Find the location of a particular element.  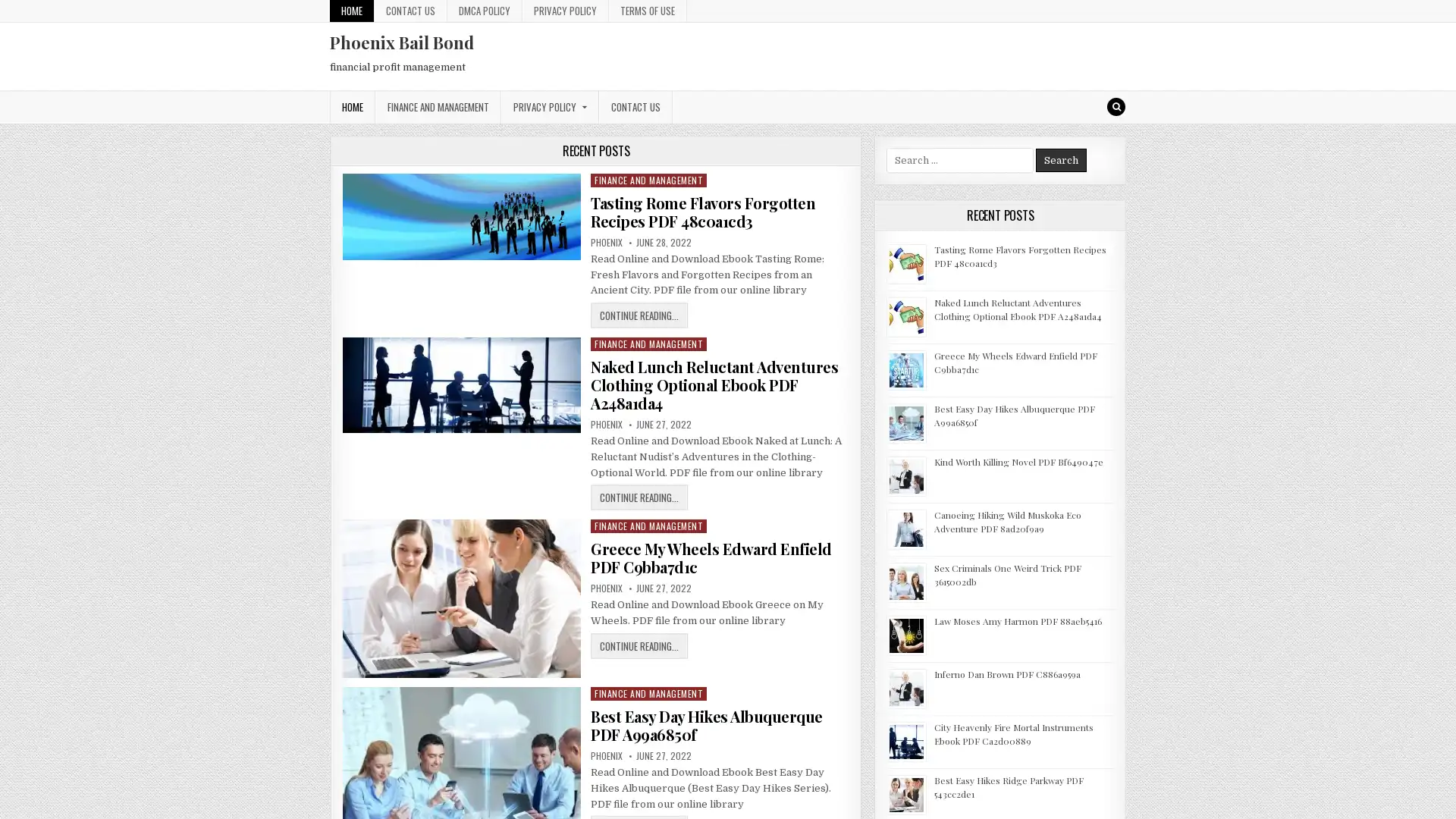

Search is located at coordinates (1060, 160).